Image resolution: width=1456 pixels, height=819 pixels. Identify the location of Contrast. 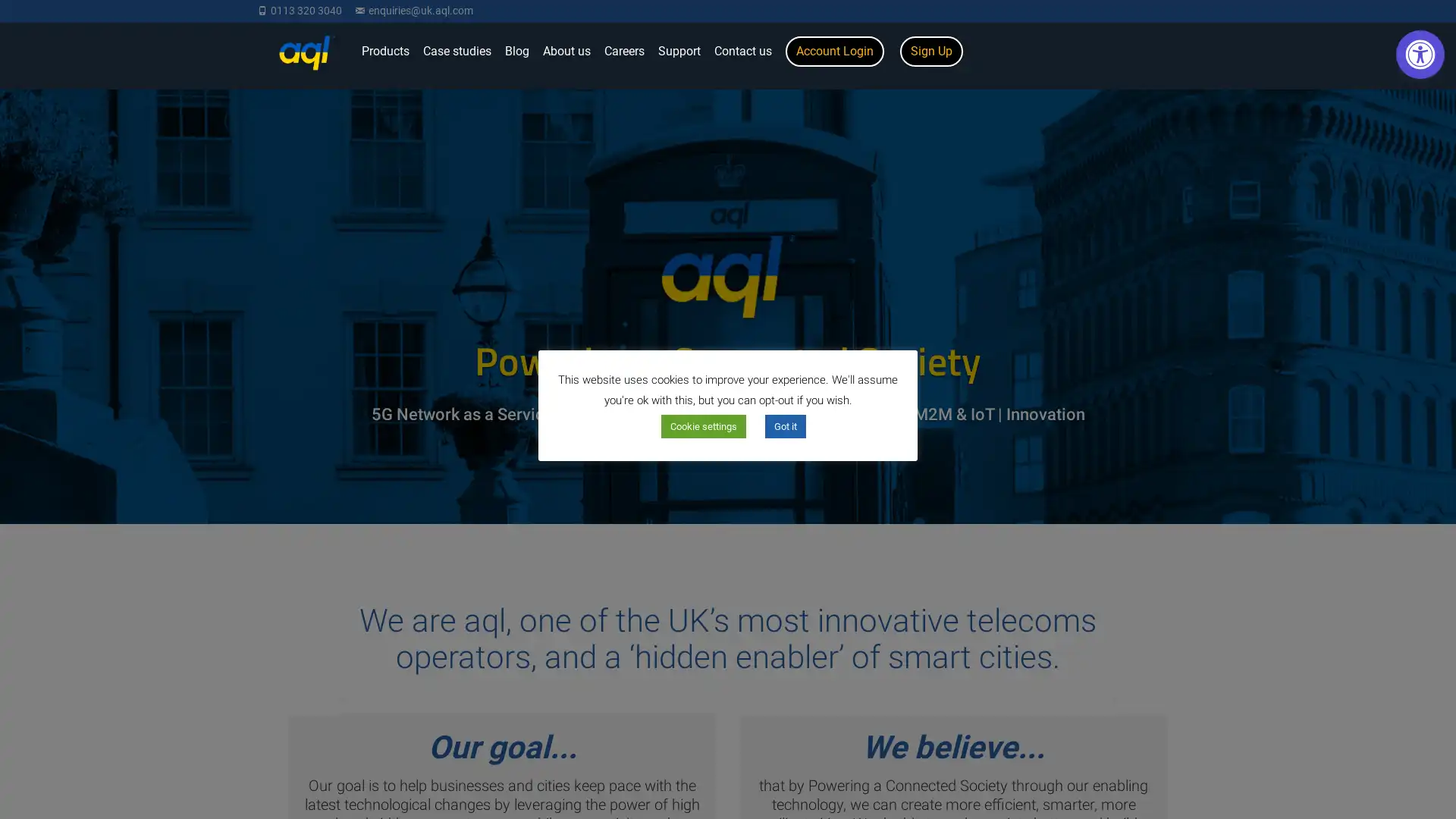
(1323, 165).